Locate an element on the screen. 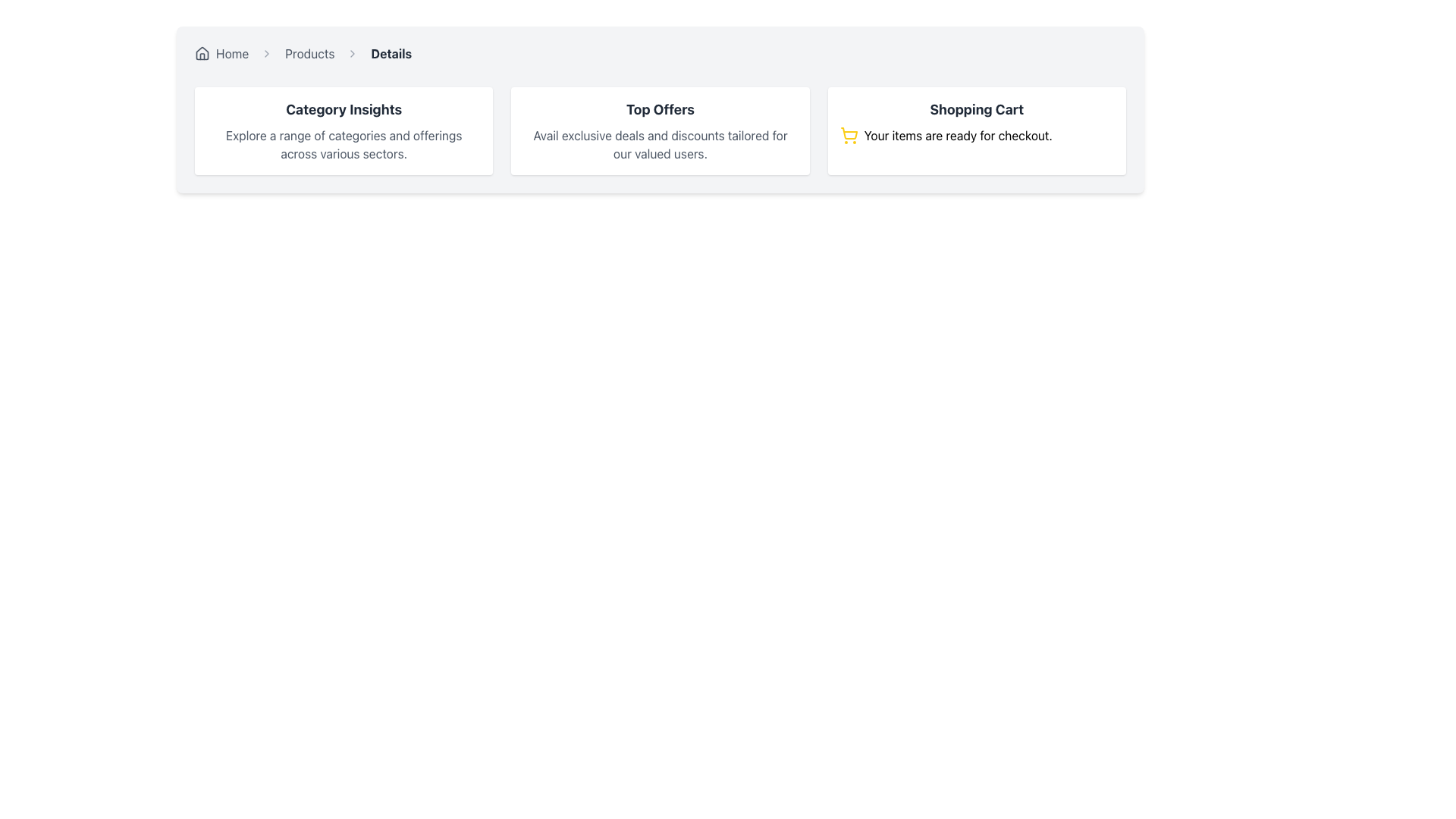  the non-interactive Text block located inside the 'Category Insights' card, positioned below the heading in the top-left section of the card is located at coordinates (343, 145).